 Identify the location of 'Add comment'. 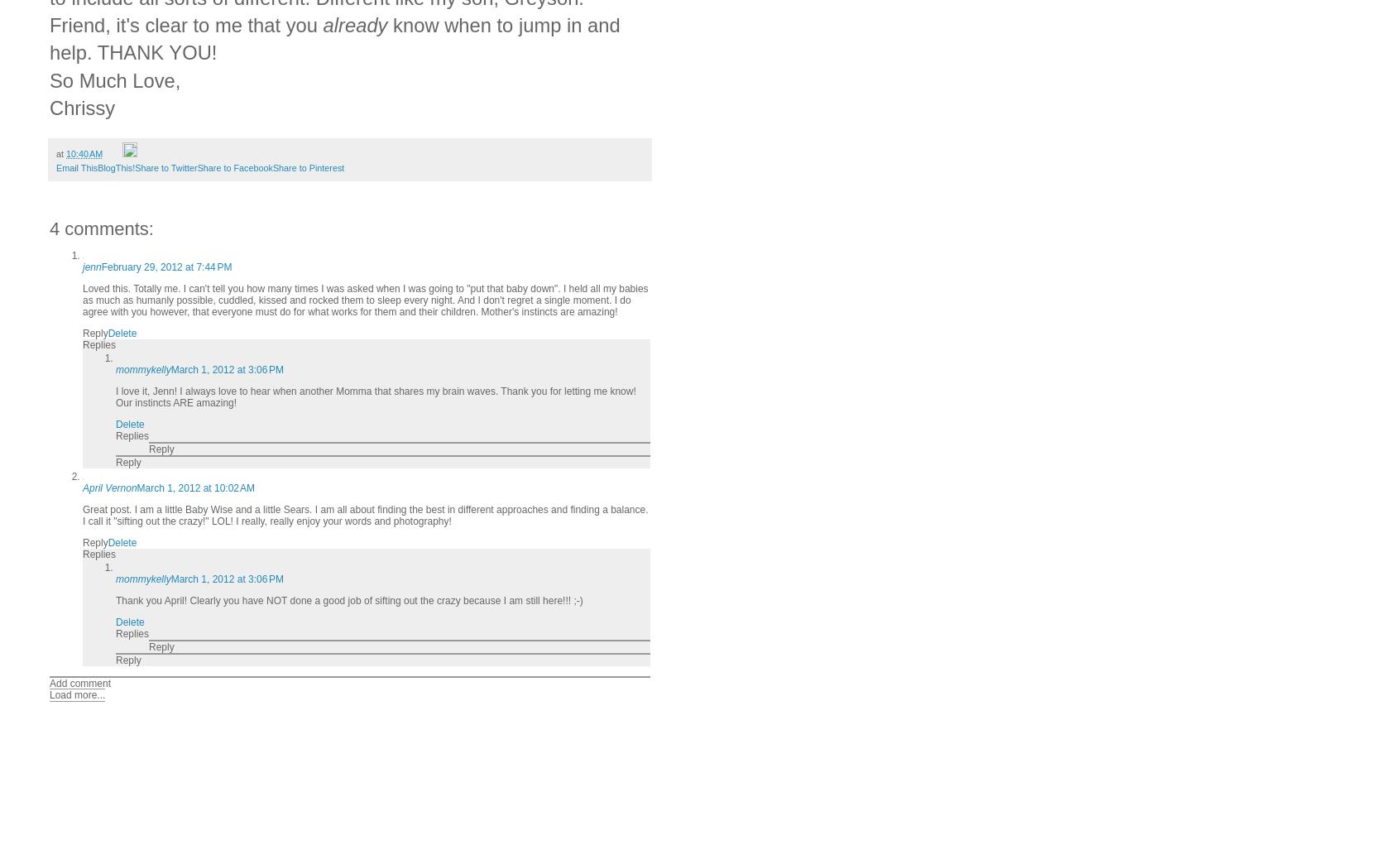
(79, 682).